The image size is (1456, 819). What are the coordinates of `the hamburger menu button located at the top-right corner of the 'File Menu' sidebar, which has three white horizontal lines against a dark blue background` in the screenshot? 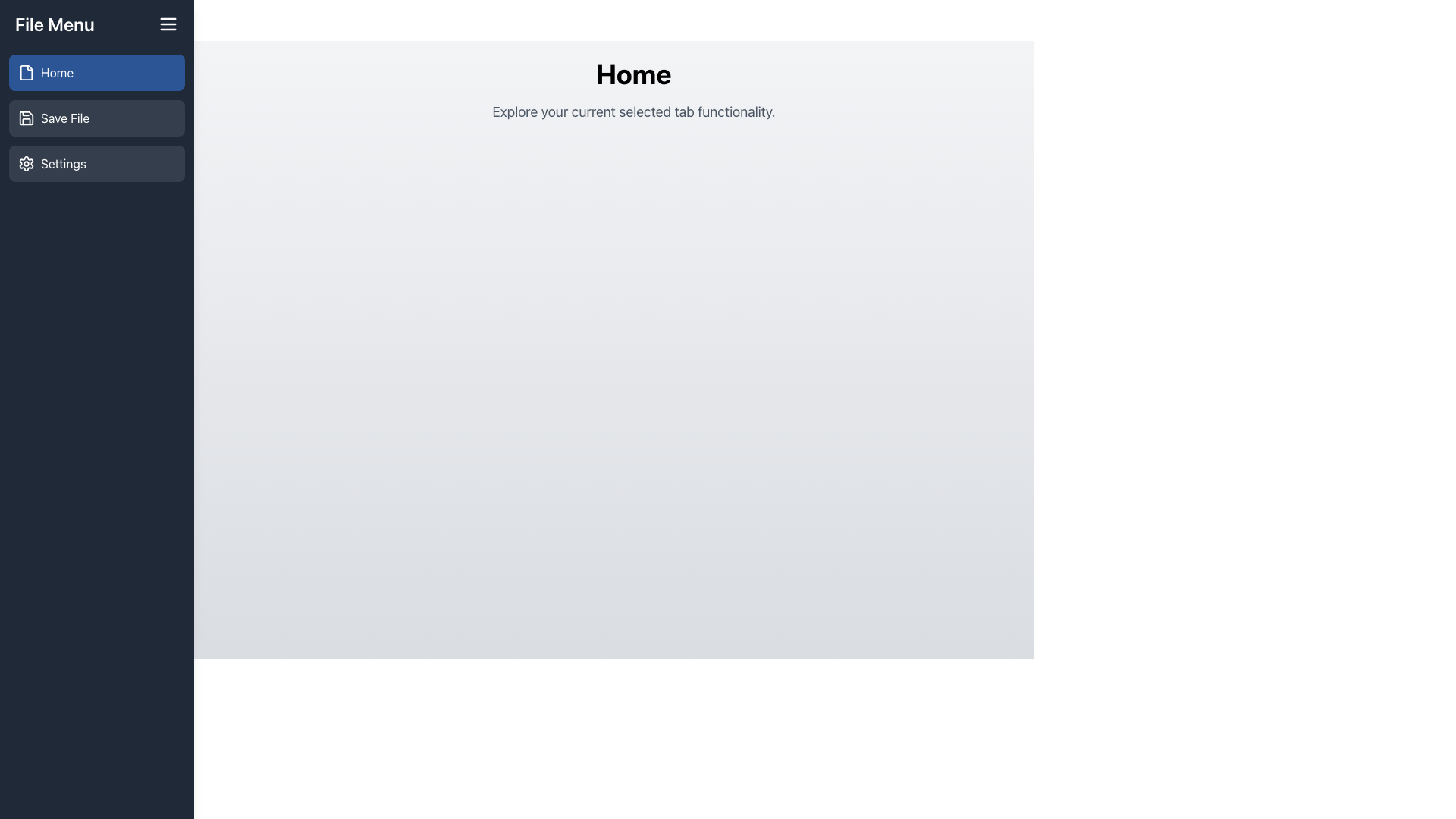 It's located at (168, 24).